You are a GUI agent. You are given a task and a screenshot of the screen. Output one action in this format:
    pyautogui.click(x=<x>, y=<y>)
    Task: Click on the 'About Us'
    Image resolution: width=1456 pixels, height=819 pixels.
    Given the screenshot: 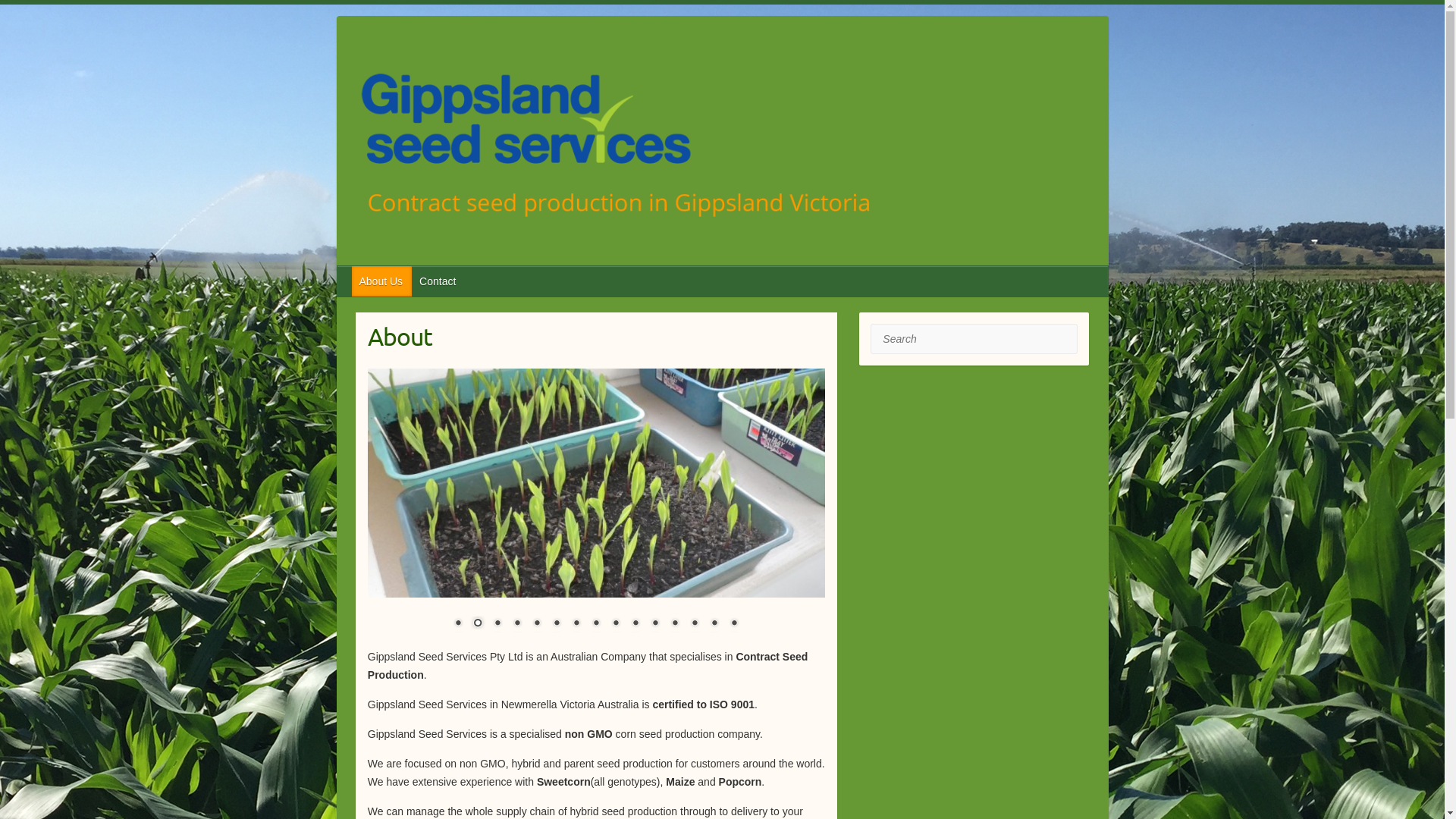 What is the action you would take?
    pyautogui.click(x=382, y=281)
    